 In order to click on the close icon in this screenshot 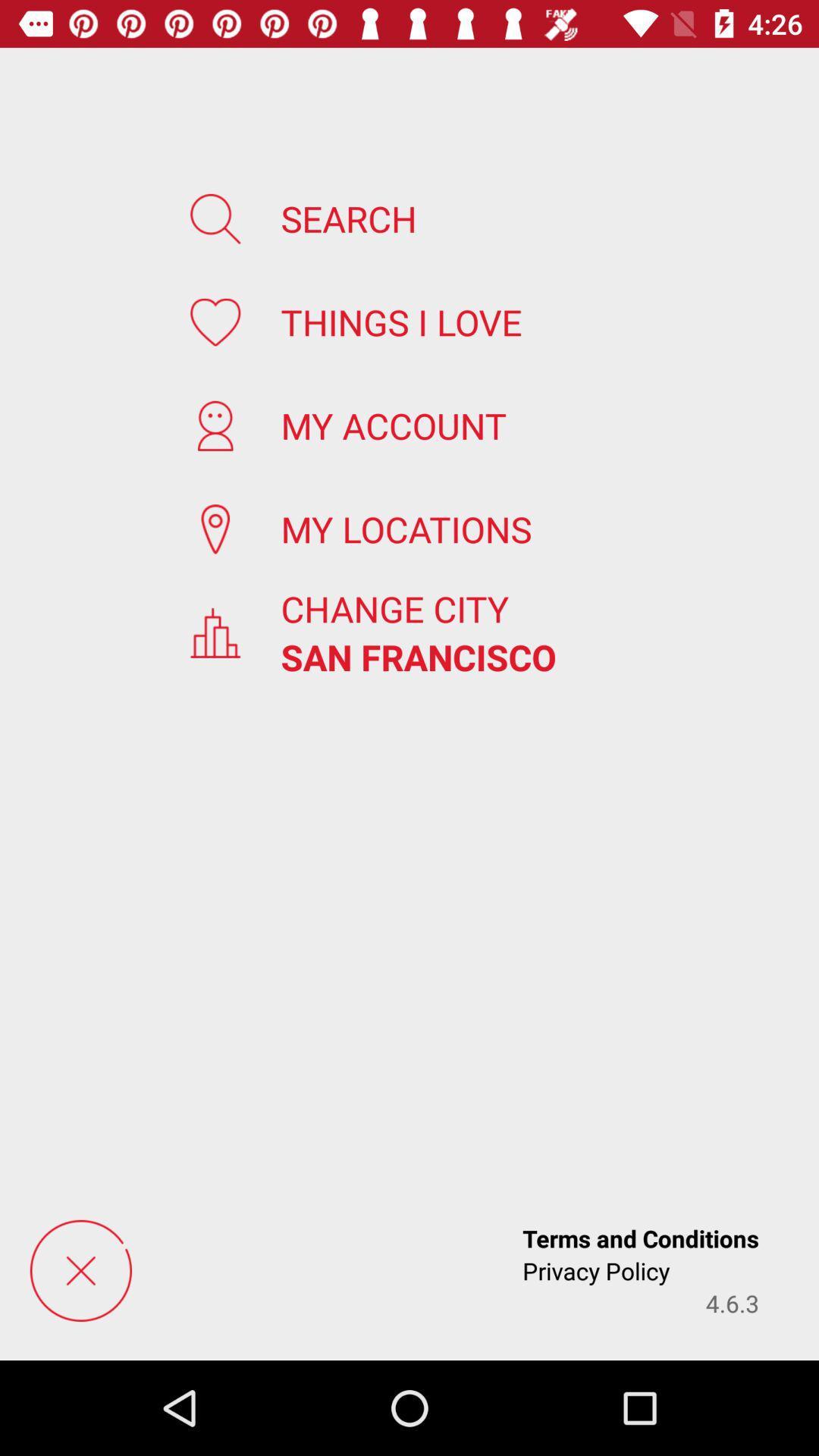, I will do `click(80, 1270)`.